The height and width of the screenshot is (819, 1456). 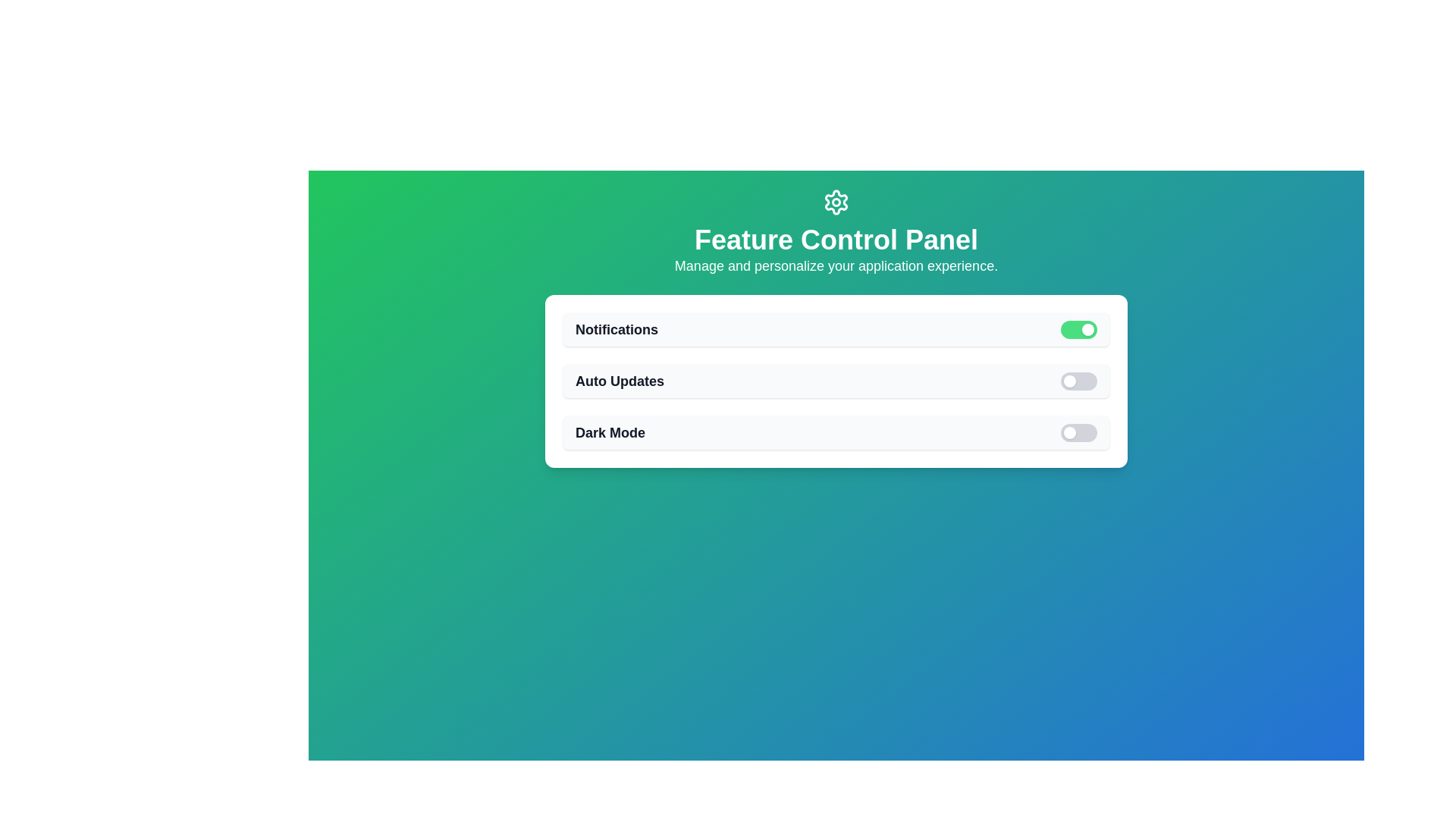 What do you see at coordinates (1069, 380) in the screenshot?
I see `the small circular toggle knob with a white fill and rounded edges, located in the leftmost area of the capsule-shaped toggle button for 'Auto Updates'` at bounding box center [1069, 380].